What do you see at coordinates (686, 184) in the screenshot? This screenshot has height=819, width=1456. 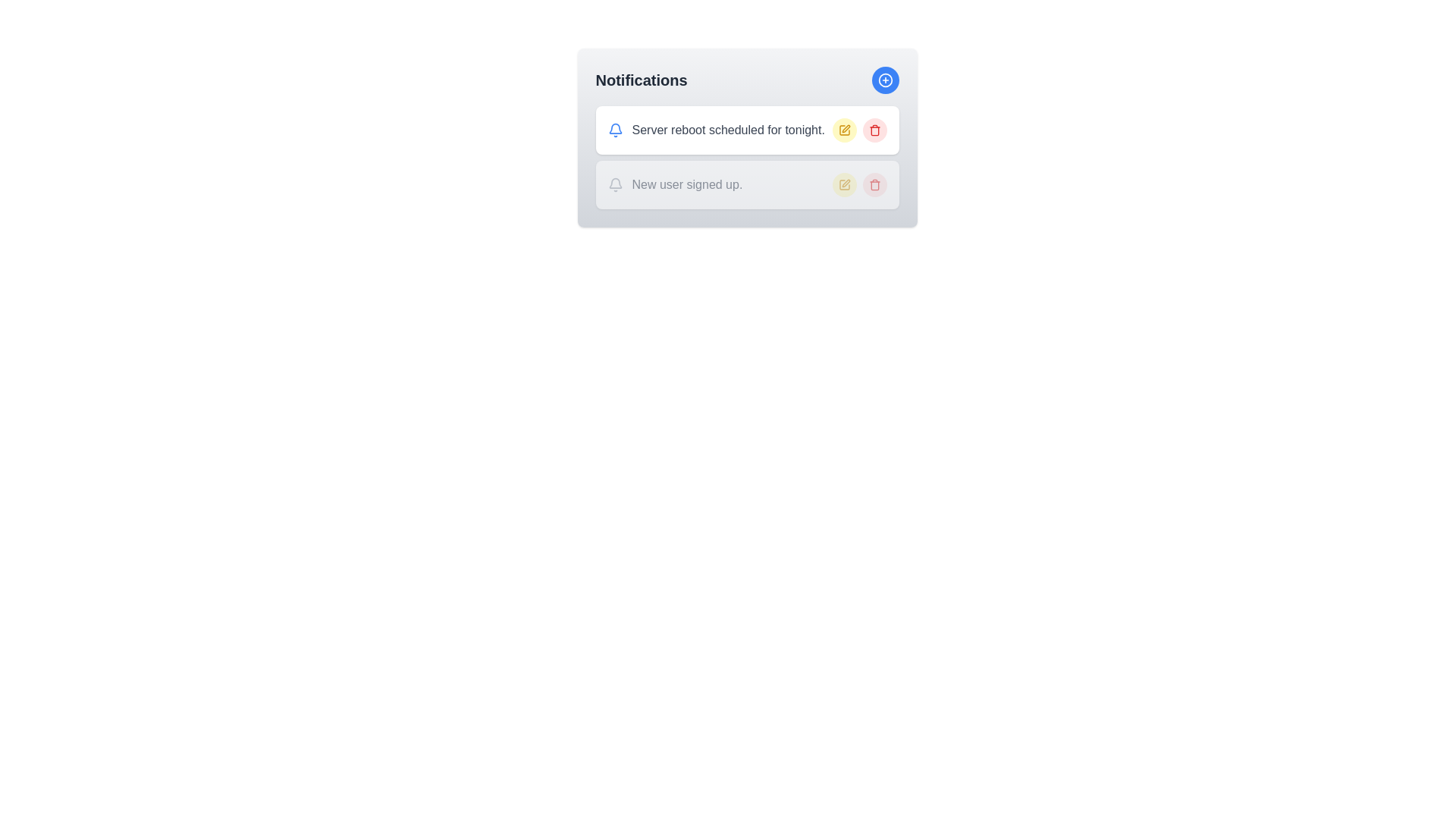 I see `the notification text label that displays a message about a new user sign-up event, located below the bell icon and aligned with two interactive icons on its right side` at bounding box center [686, 184].